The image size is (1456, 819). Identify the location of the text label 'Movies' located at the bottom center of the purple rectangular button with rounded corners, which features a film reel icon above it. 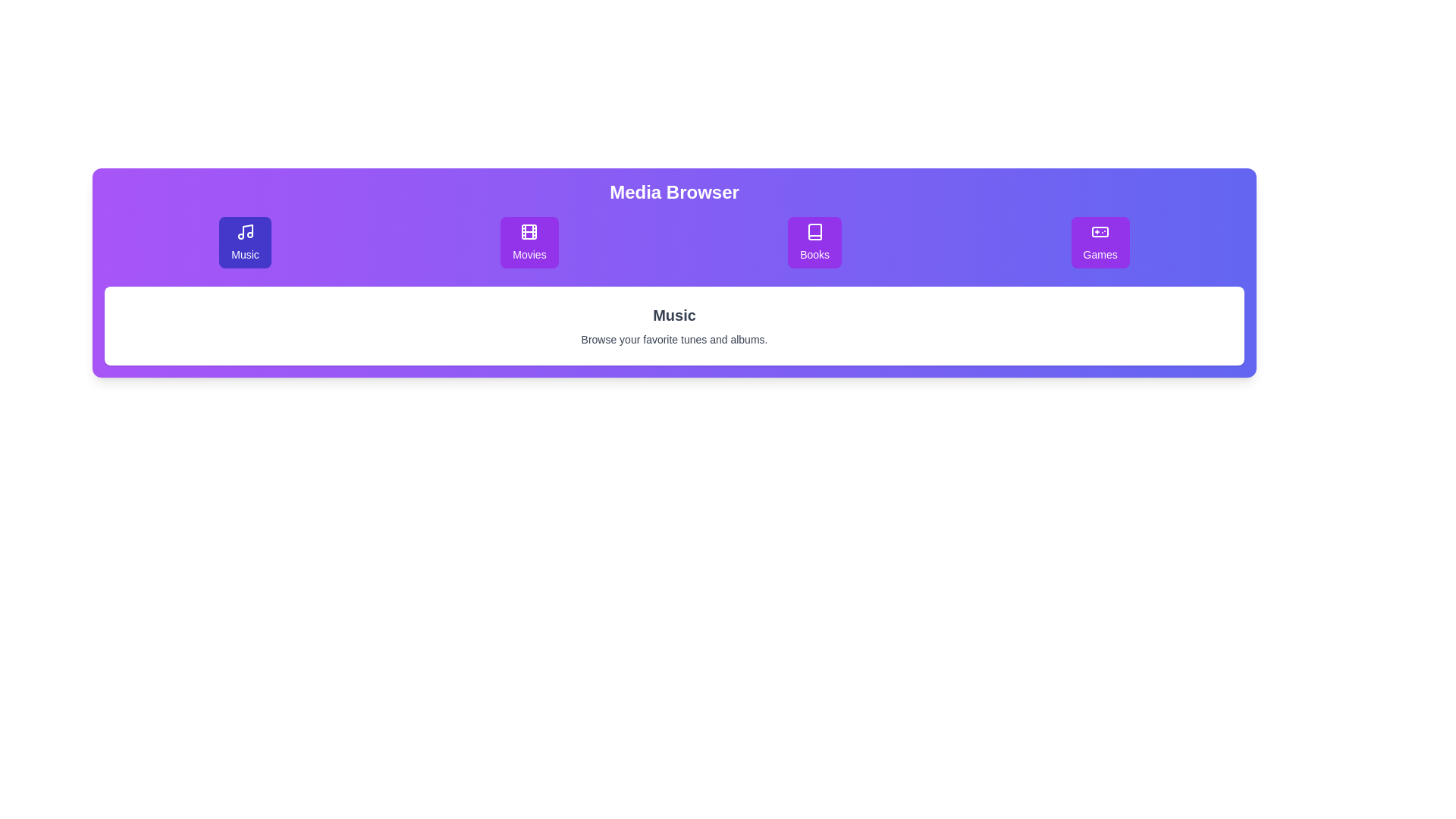
(529, 253).